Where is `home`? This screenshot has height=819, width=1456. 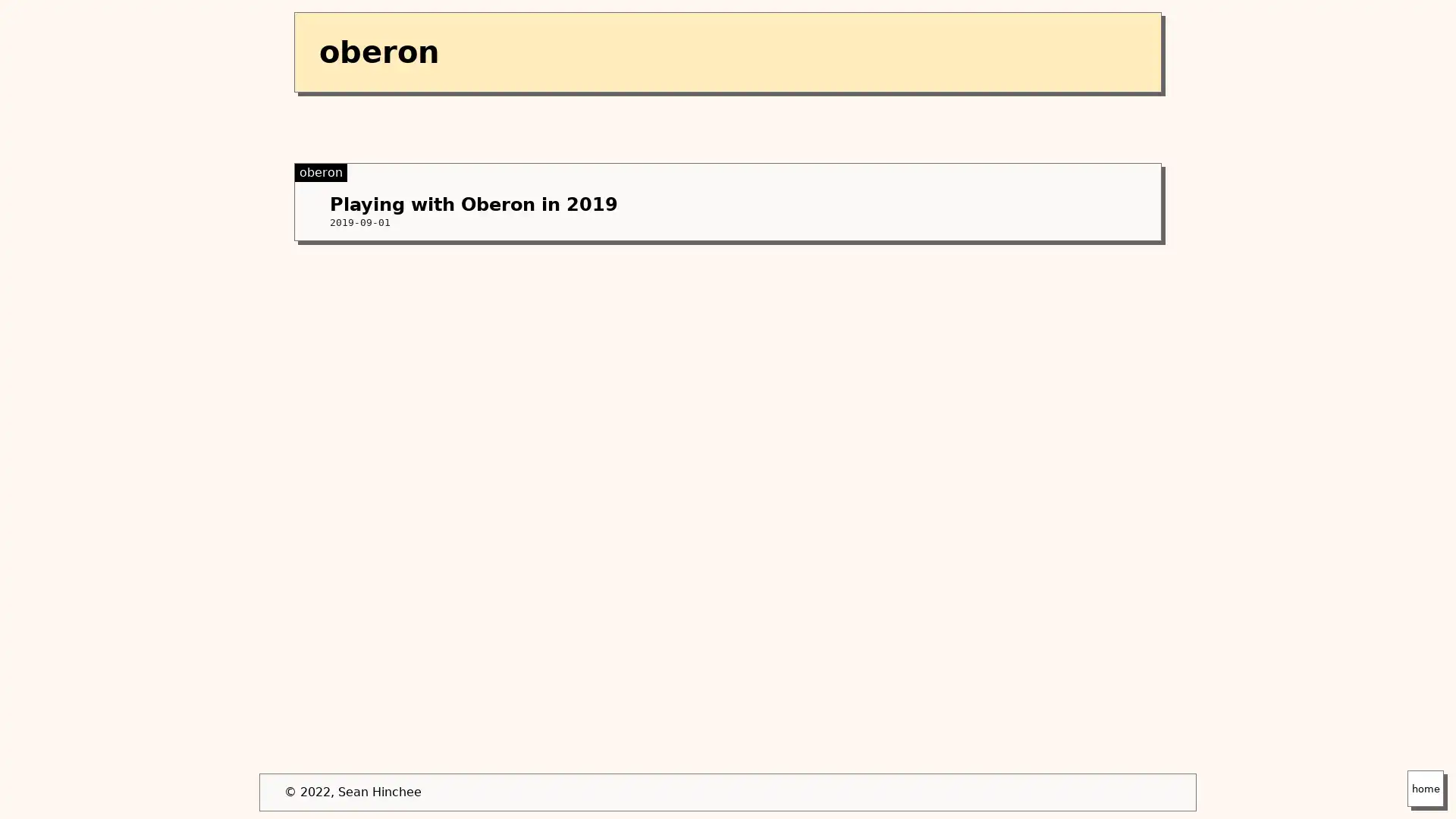 home is located at coordinates (1425, 788).